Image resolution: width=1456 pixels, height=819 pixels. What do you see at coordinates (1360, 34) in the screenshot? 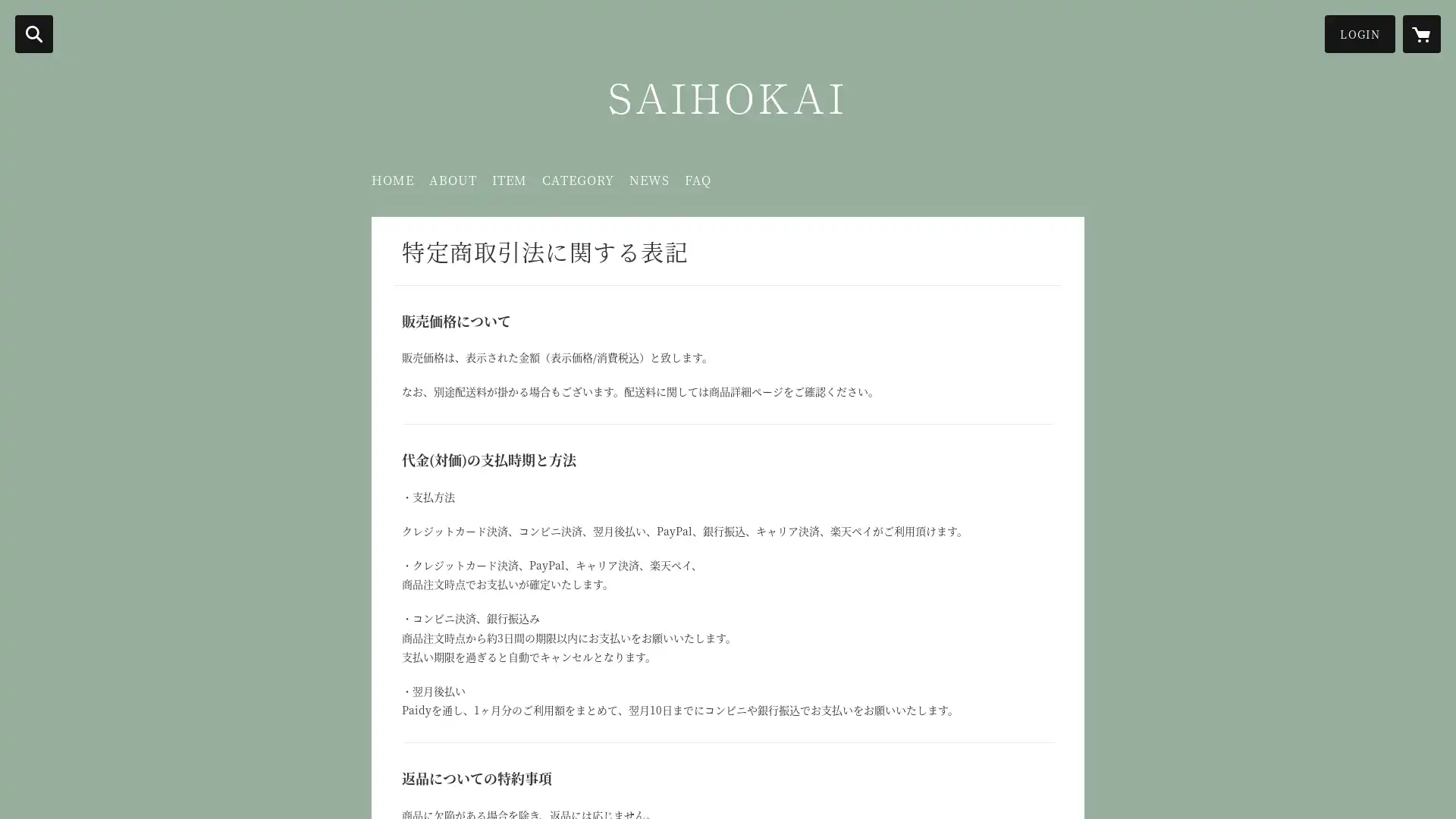
I see `LOGIN` at bounding box center [1360, 34].